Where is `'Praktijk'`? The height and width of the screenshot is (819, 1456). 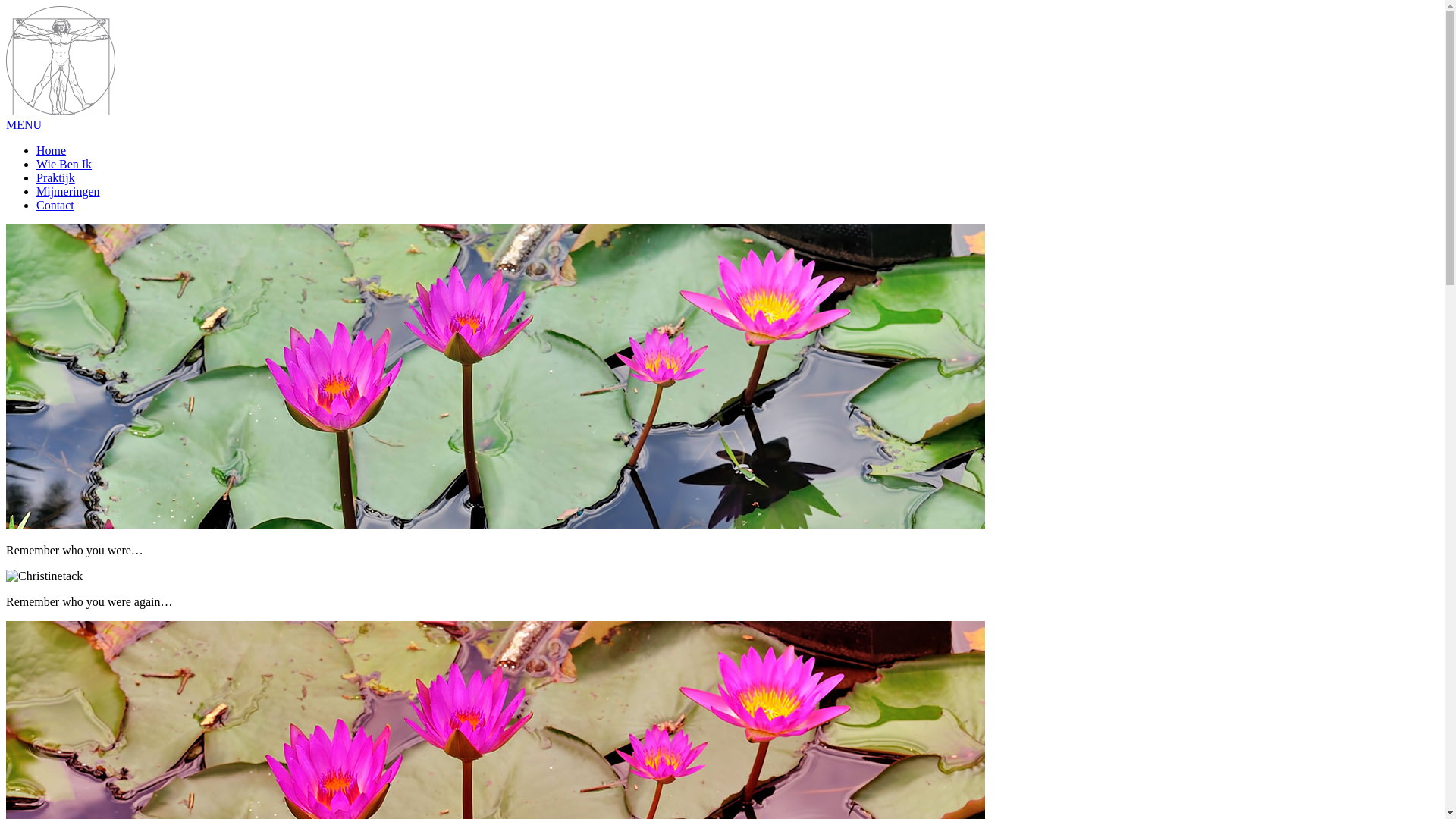
'Praktijk' is located at coordinates (55, 177).